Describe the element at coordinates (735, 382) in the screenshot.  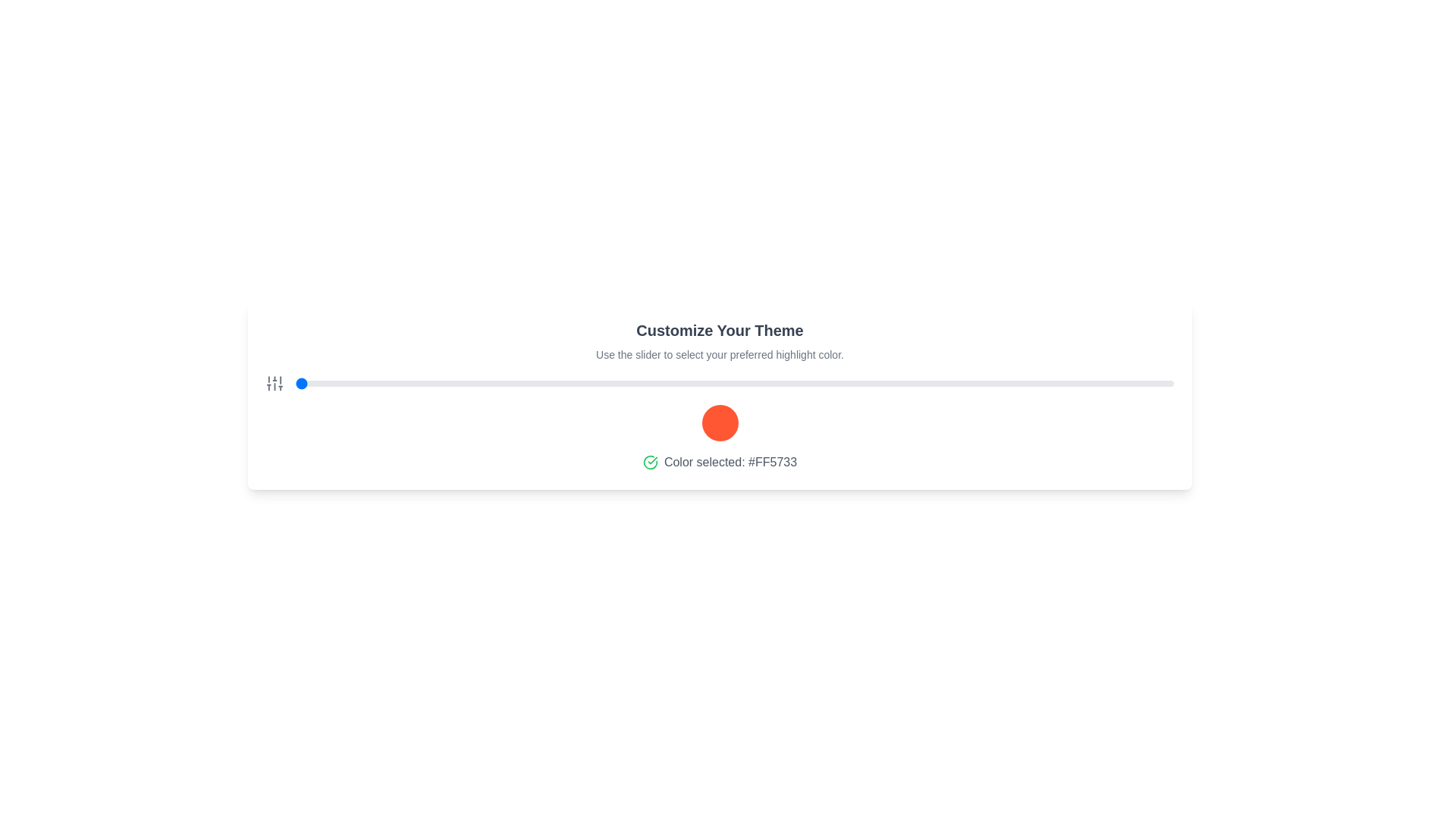
I see `the slider knob of the range slider, which adjusts a value from 0` at that location.